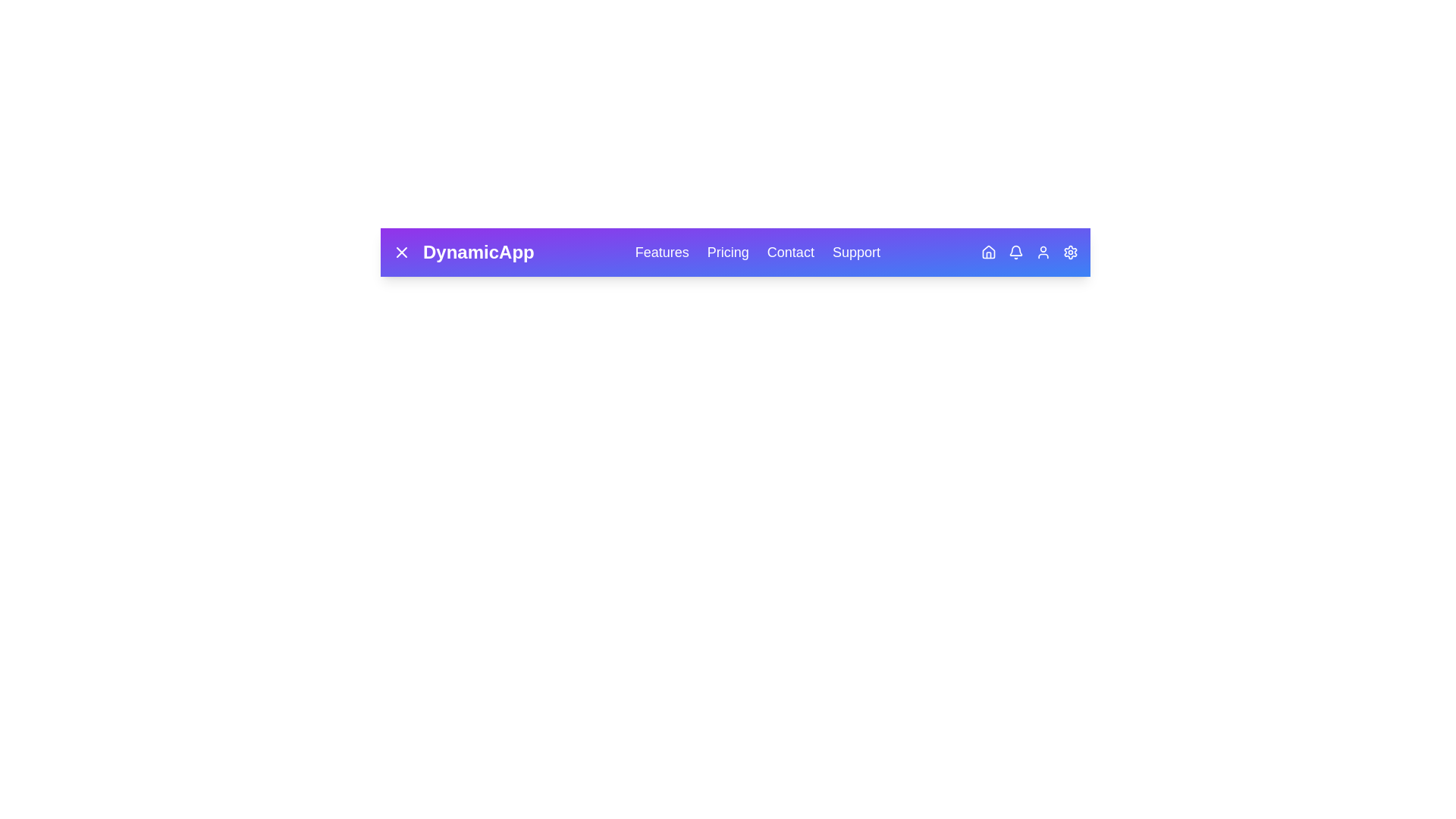  I want to click on the navigation link labeled Support to navigate to the respective section, so click(855, 251).